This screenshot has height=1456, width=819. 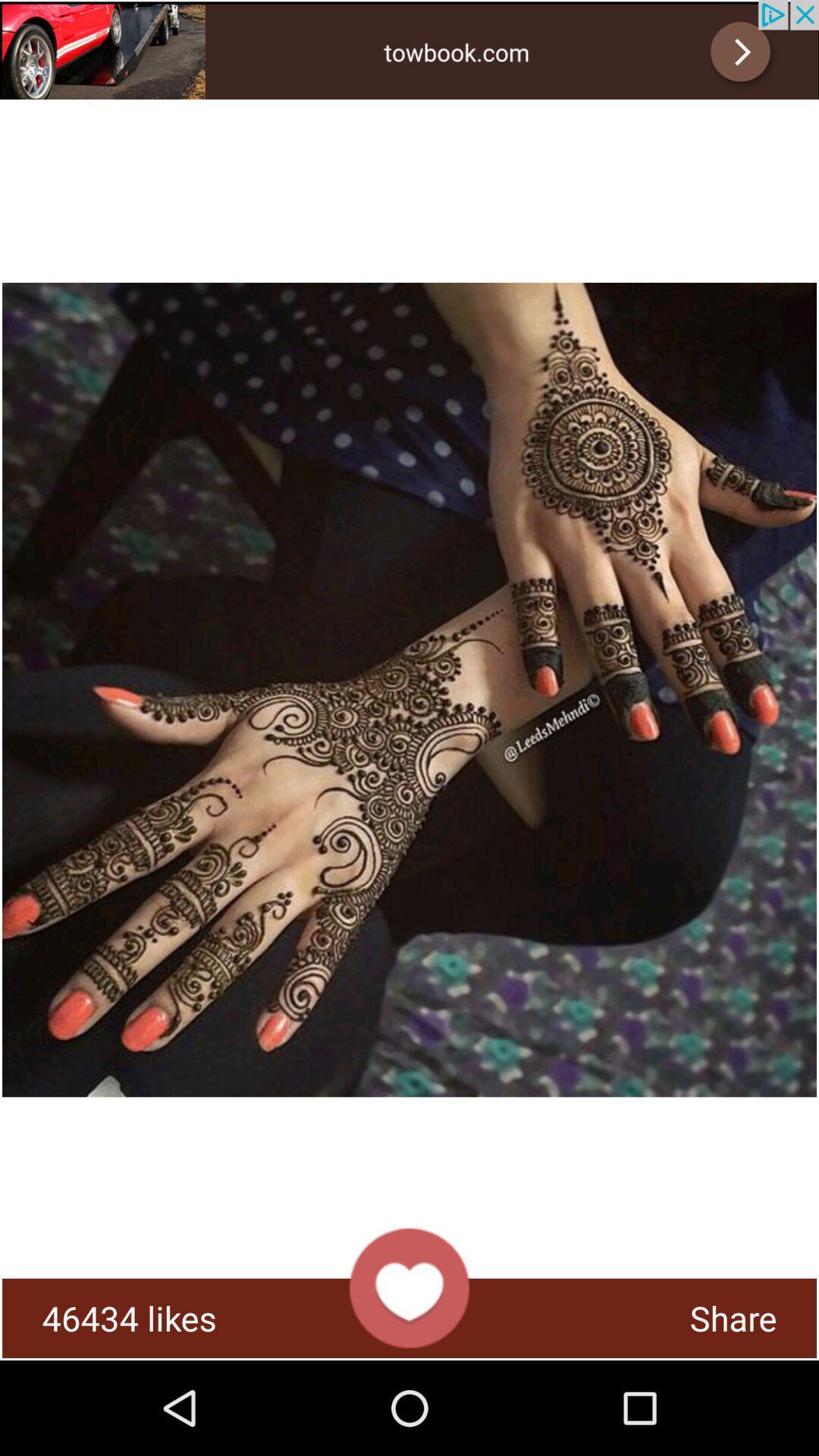 What do you see at coordinates (409, 49) in the screenshot?
I see `advertisement` at bounding box center [409, 49].